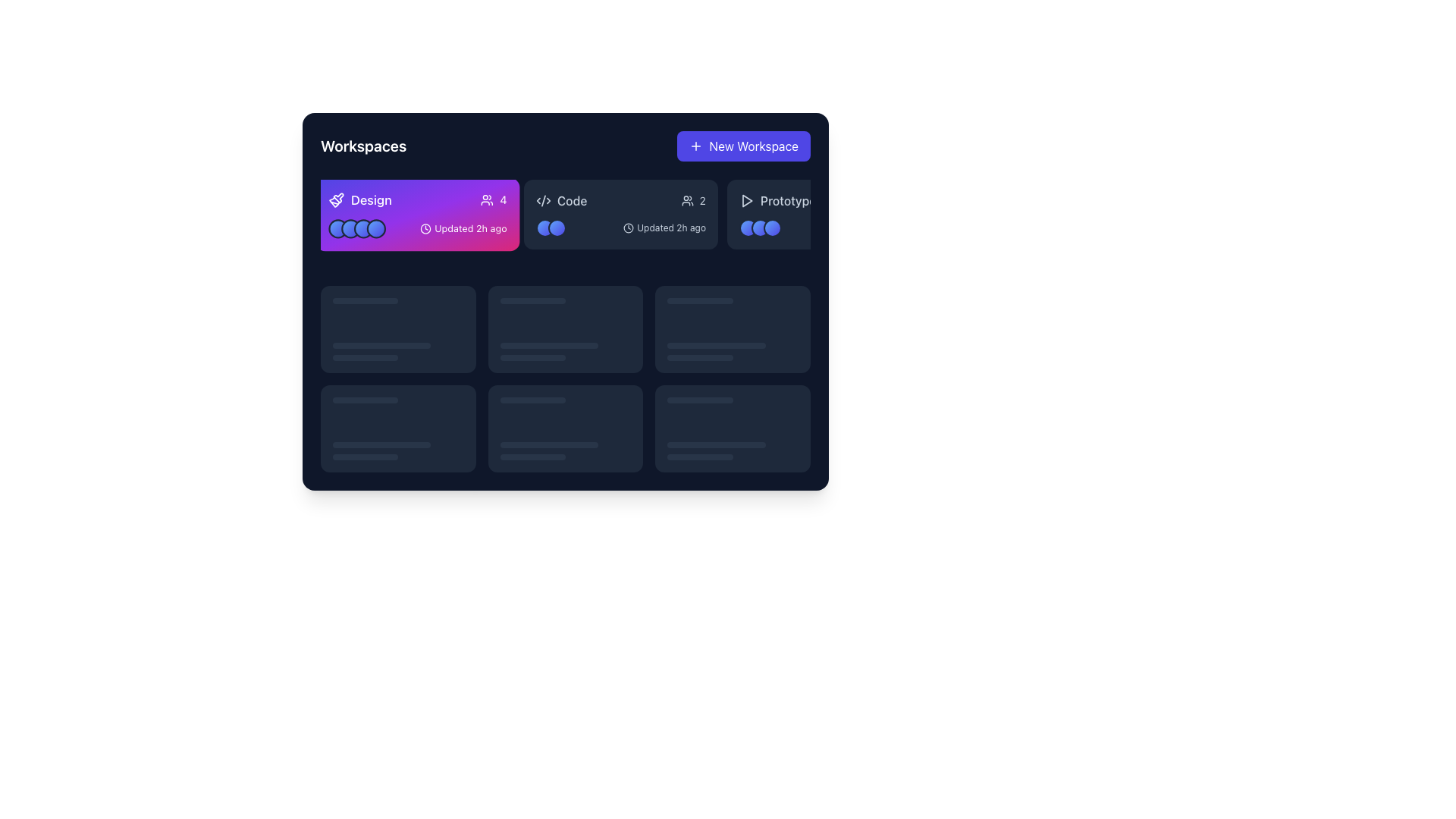 This screenshot has height=819, width=1456. I want to click on the second Avatar-like UI component, which is one of three overlapping circles located inside the 'Prototype' workspace panel near the top-right of the interface, so click(761, 227).